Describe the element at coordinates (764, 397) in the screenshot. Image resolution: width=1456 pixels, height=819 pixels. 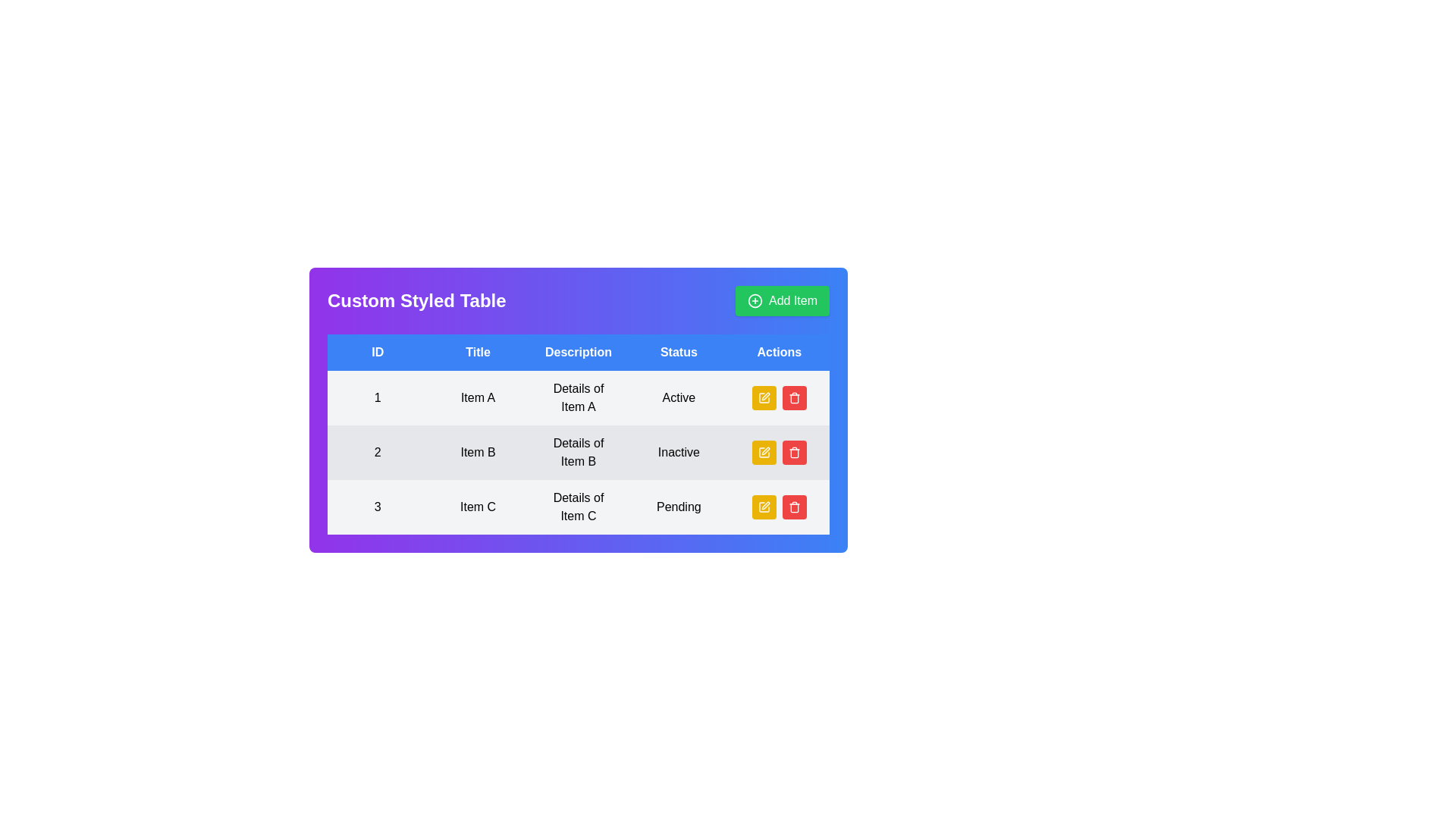
I see `the small, square-shaped button with a yellow background and a pen icon located in the 'Actions' column of the first row of the table` at that location.